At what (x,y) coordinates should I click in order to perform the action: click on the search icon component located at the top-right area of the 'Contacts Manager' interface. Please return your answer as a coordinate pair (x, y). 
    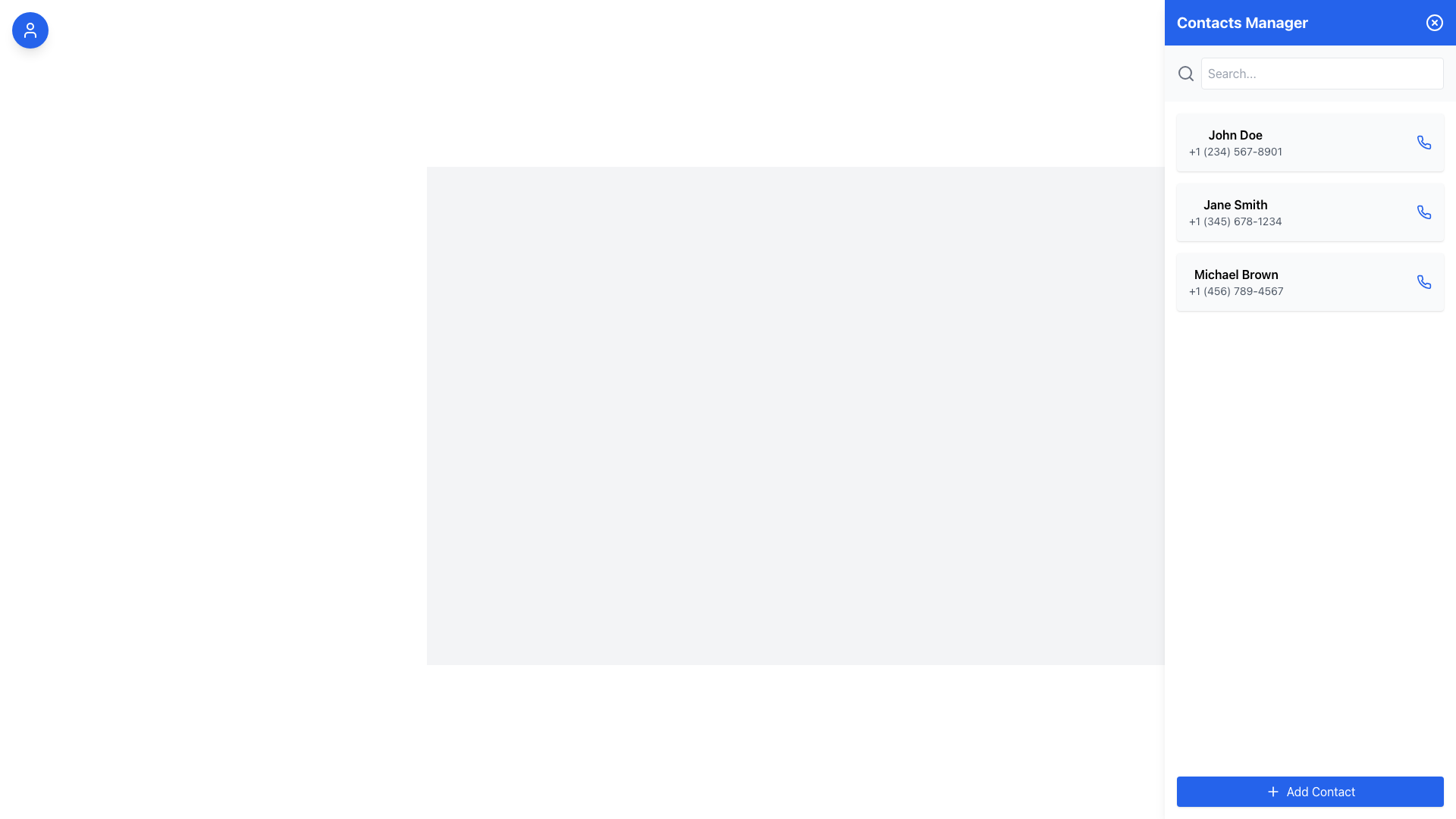
    Looking at the image, I should click on (1185, 73).